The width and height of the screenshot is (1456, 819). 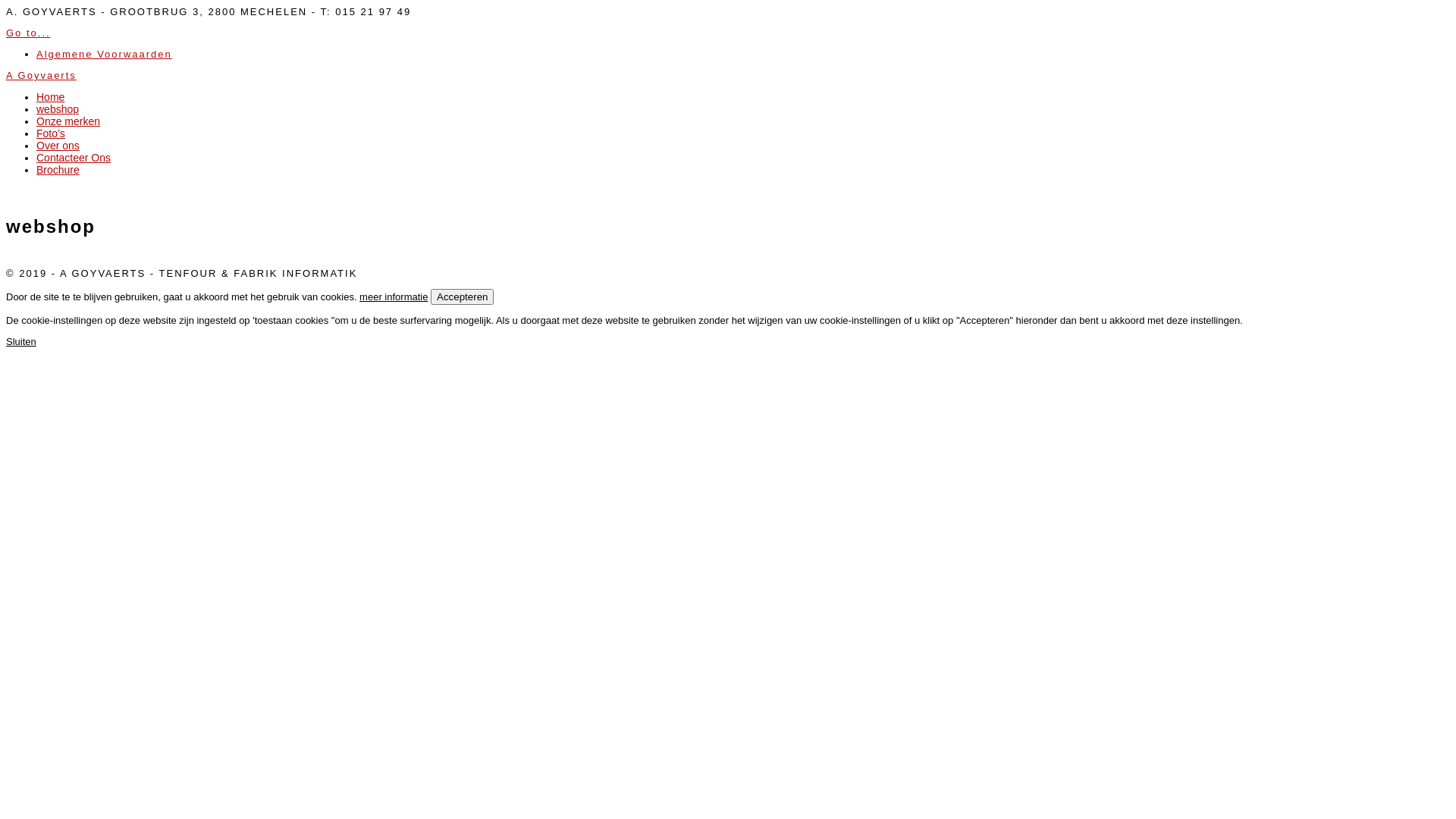 I want to click on 'Brochure', so click(x=58, y=169).